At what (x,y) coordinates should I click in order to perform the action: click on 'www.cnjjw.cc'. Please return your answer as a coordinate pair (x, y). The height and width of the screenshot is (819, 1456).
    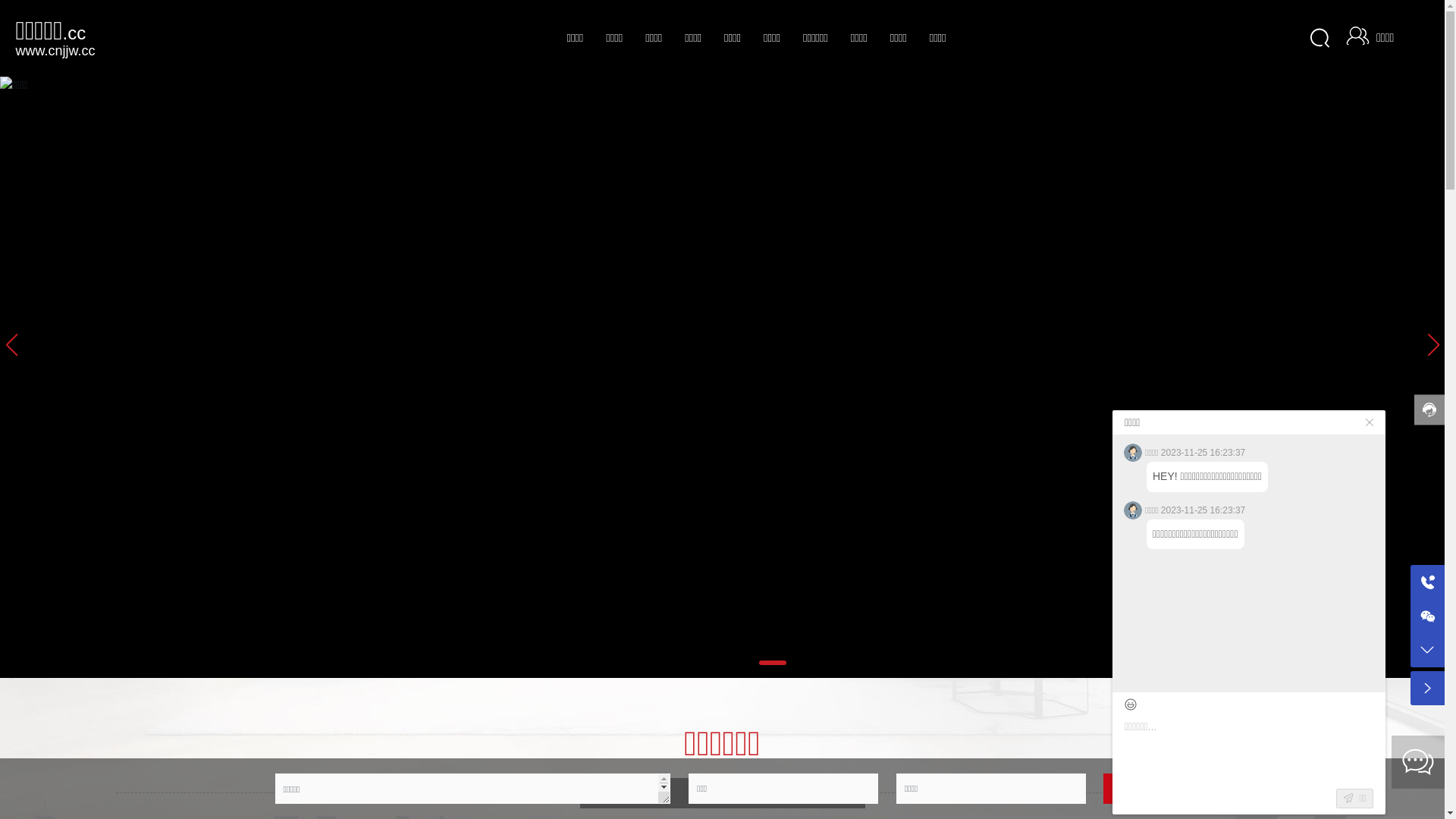
    Looking at the image, I should click on (55, 49).